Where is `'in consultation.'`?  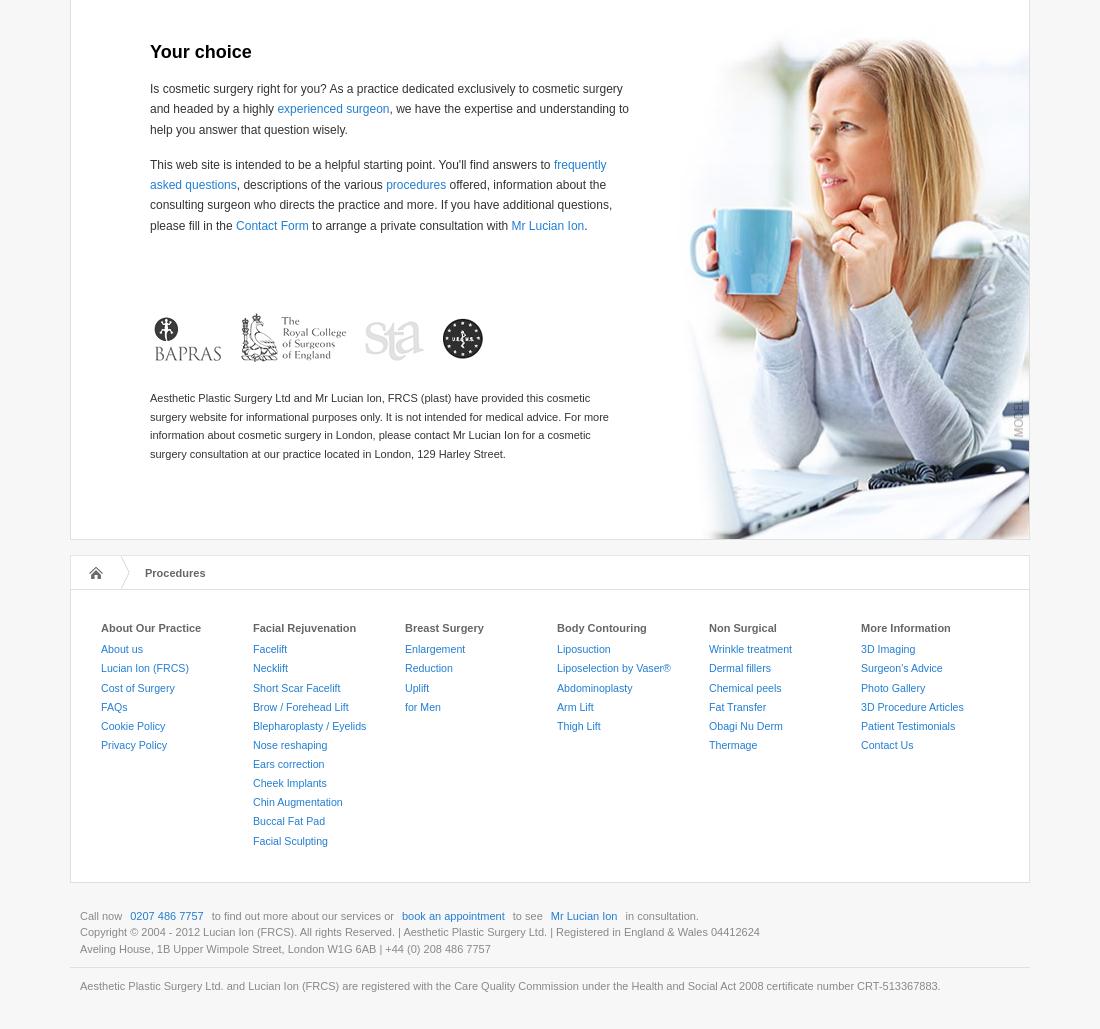 'in consultation.' is located at coordinates (660, 914).